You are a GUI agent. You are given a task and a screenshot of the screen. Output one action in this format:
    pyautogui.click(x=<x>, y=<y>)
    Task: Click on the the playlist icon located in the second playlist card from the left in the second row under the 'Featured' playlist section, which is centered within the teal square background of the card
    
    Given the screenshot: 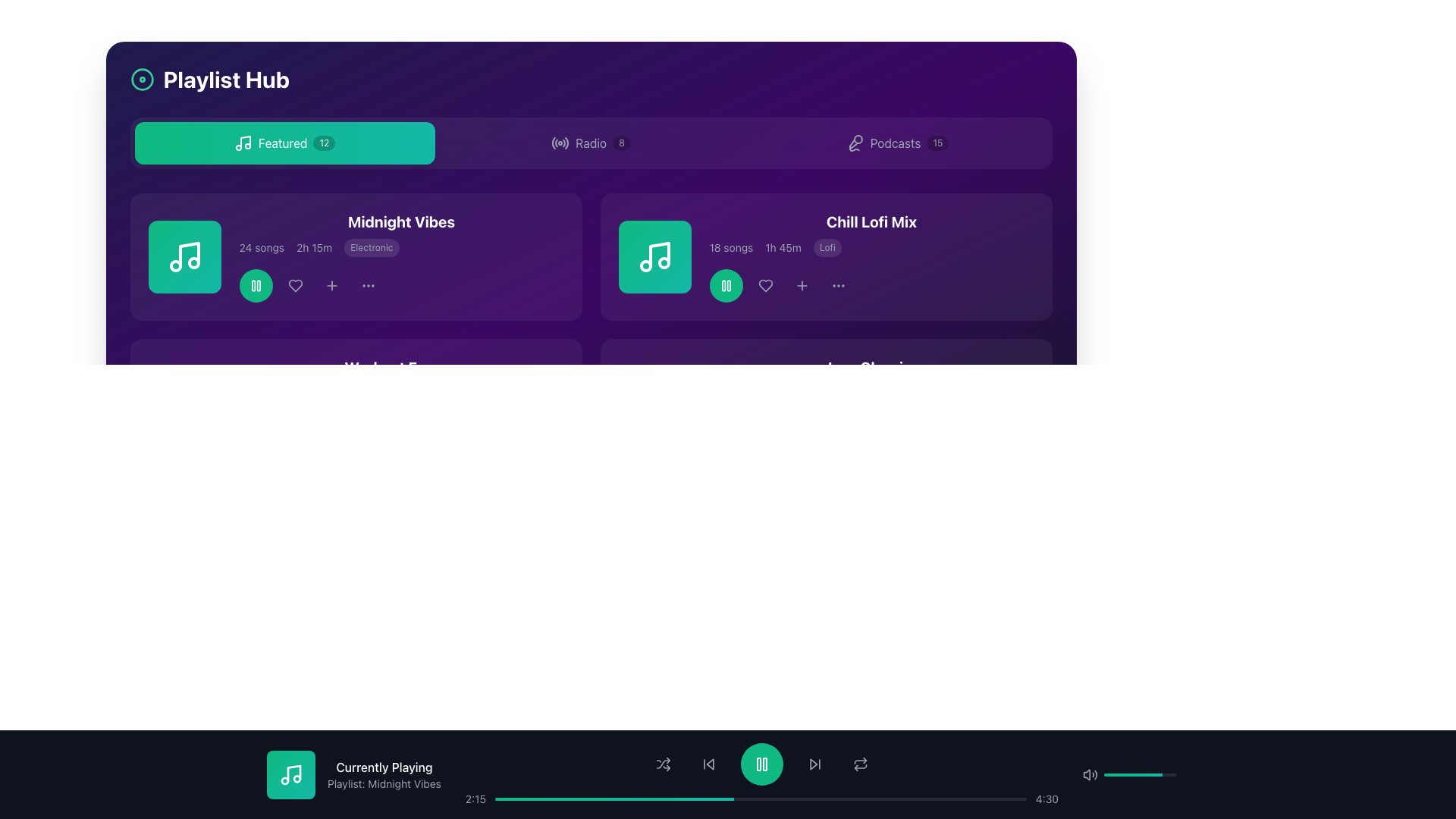 What is the action you would take?
    pyautogui.click(x=654, y=256)
    